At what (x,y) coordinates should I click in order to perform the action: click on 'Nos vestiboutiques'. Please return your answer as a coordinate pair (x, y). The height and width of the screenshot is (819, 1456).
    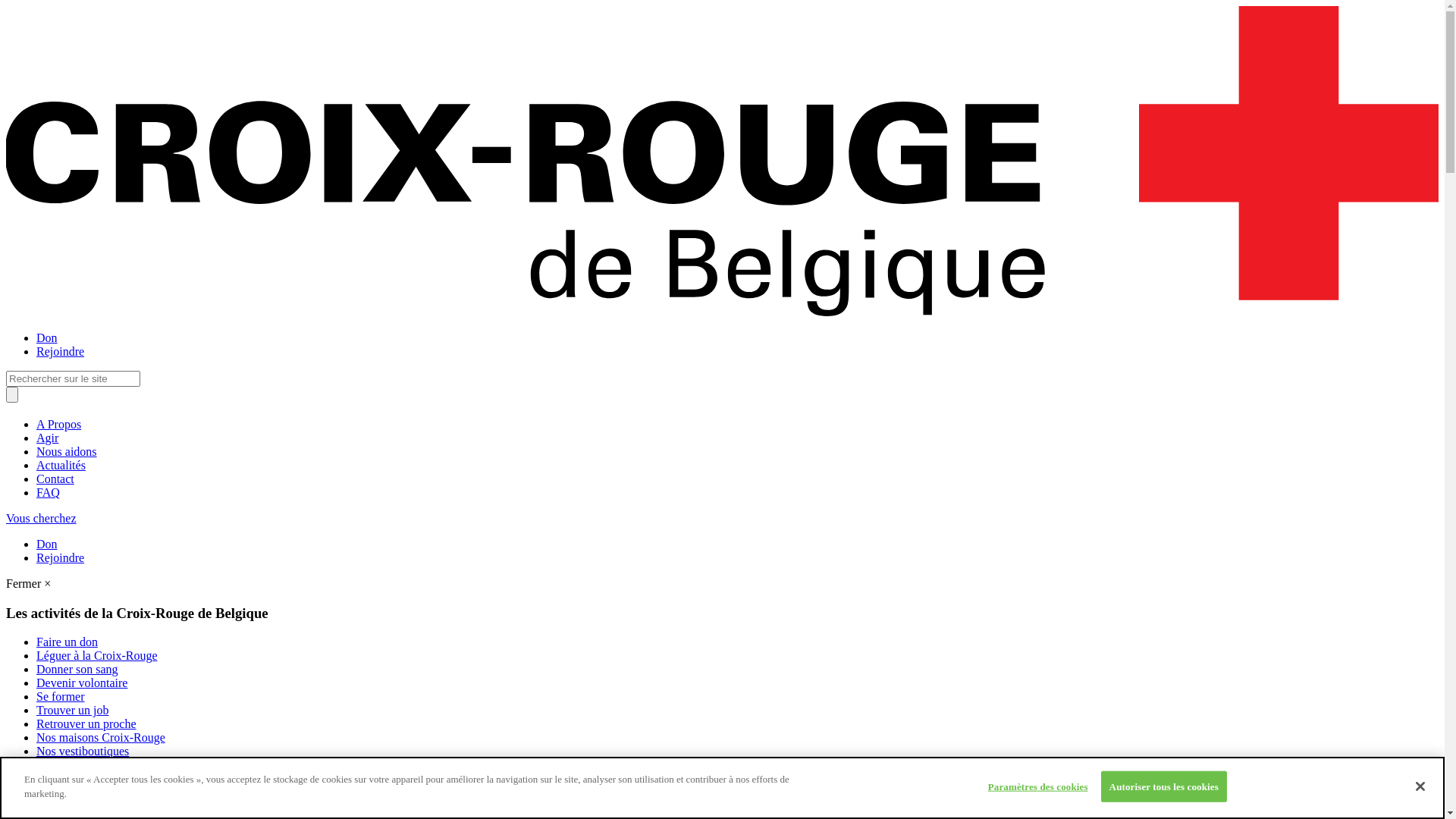
    Looking at the image, I should click on (82, 751).